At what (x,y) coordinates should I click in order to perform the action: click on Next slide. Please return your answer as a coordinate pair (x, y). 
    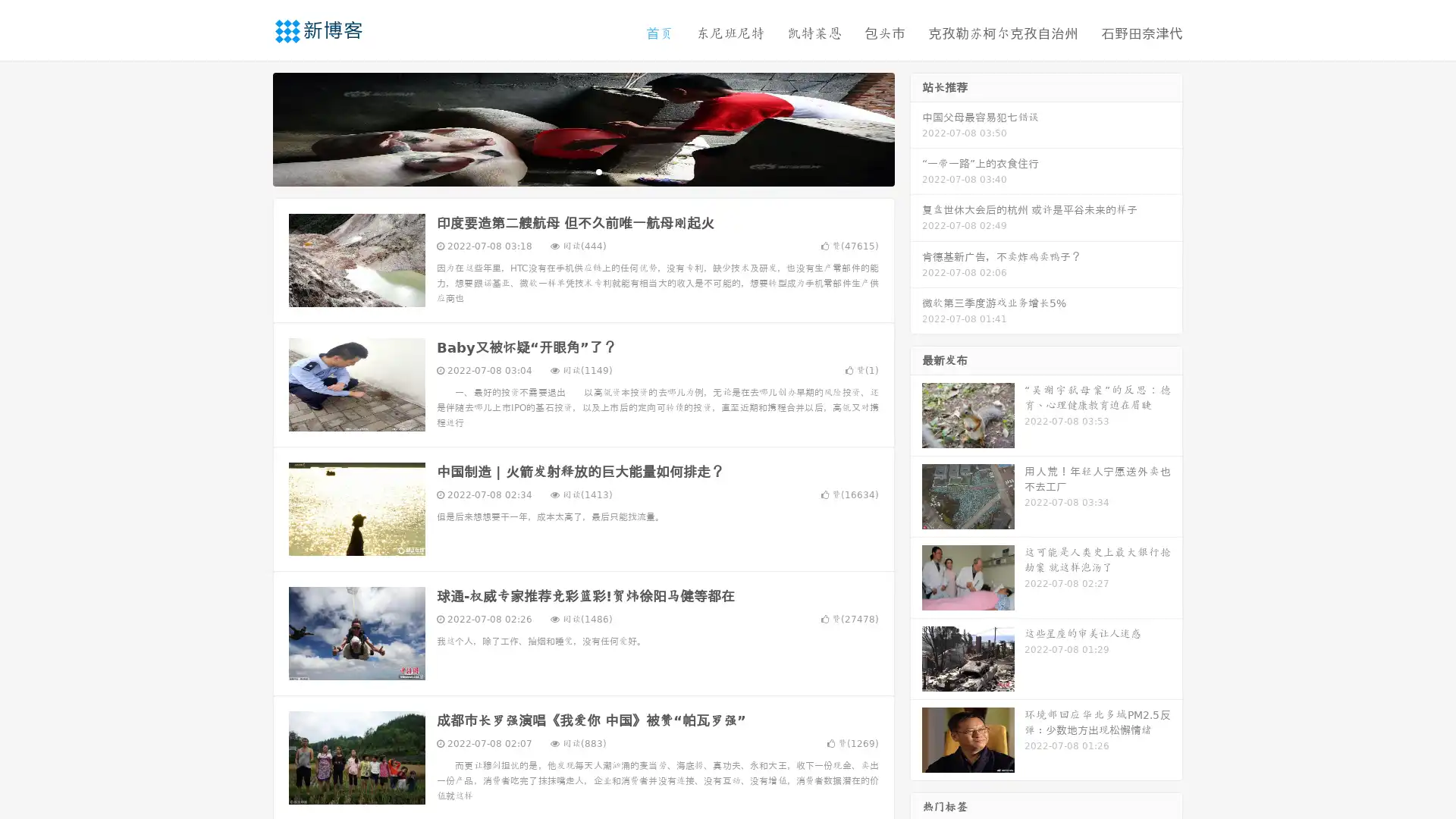
    Looking at the image, I should click on (916, 127).